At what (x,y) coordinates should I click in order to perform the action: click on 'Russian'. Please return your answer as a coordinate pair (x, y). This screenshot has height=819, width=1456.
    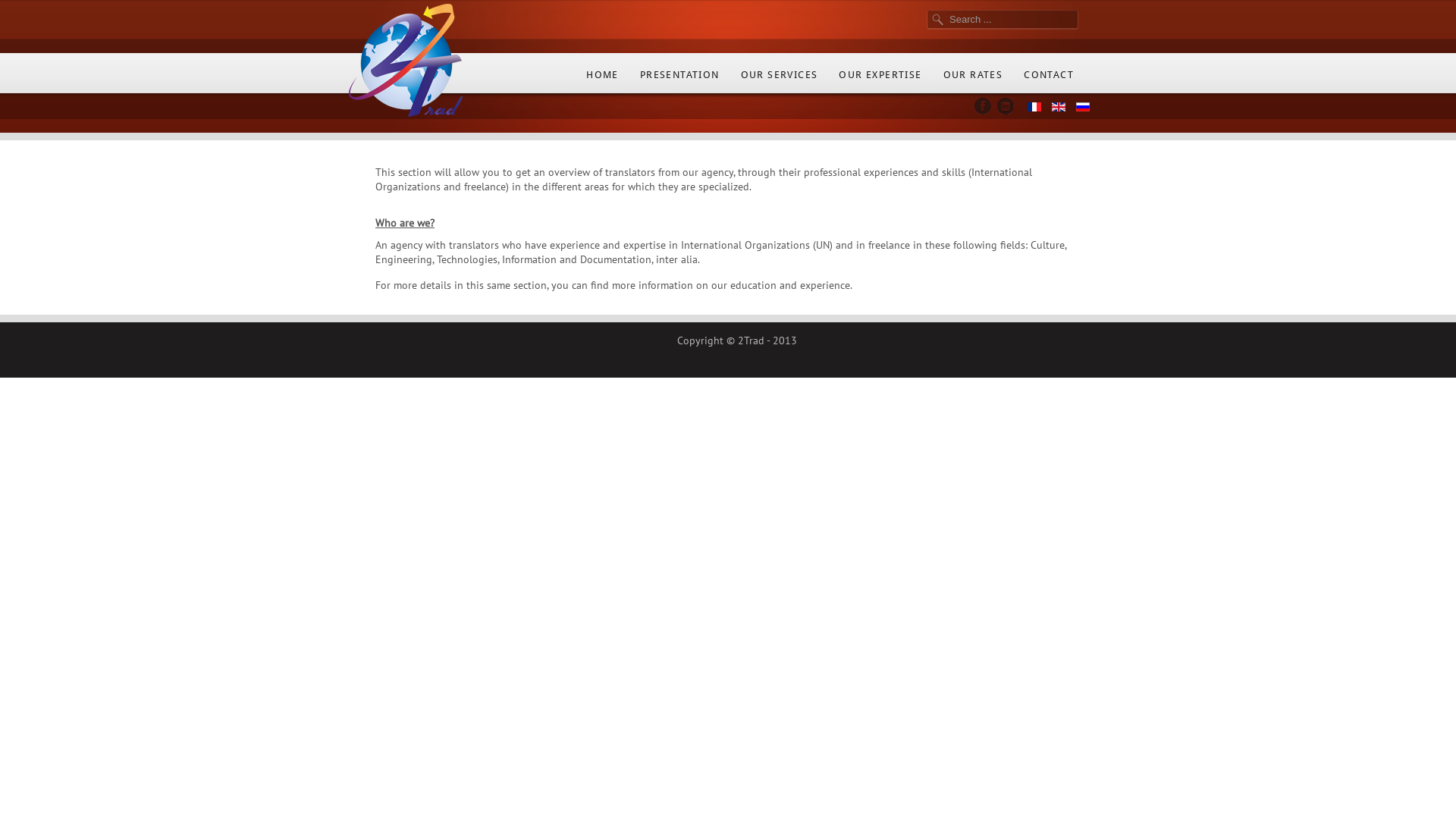
    Looking at the image, I should click on (1081, 105).